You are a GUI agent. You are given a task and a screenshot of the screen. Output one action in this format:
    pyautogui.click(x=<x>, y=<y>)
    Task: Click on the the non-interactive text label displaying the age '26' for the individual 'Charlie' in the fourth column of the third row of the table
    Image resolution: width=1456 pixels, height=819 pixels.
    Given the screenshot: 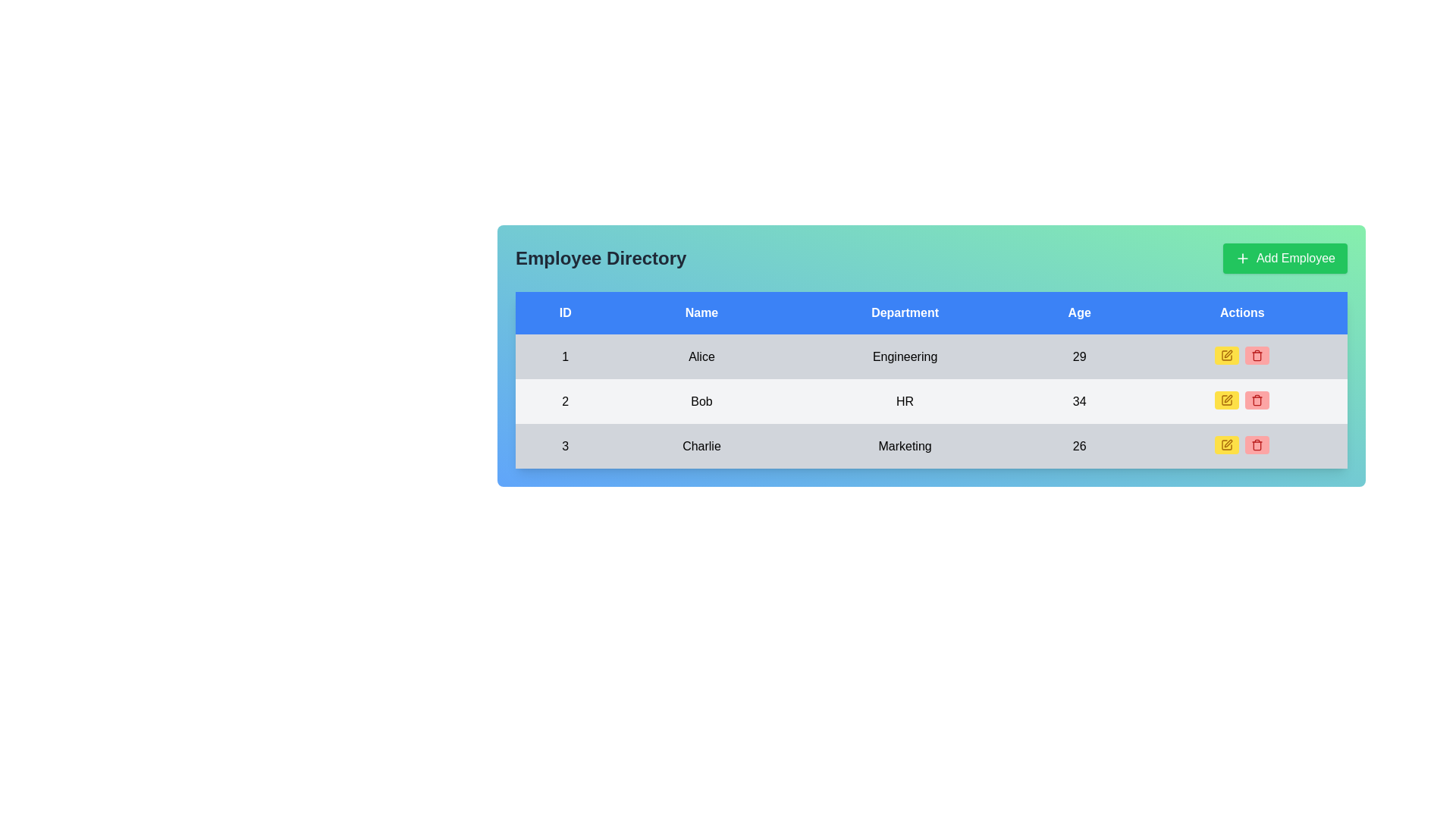 What is the action you would take?
    pyautogui.click(x=1078, y=445)
    